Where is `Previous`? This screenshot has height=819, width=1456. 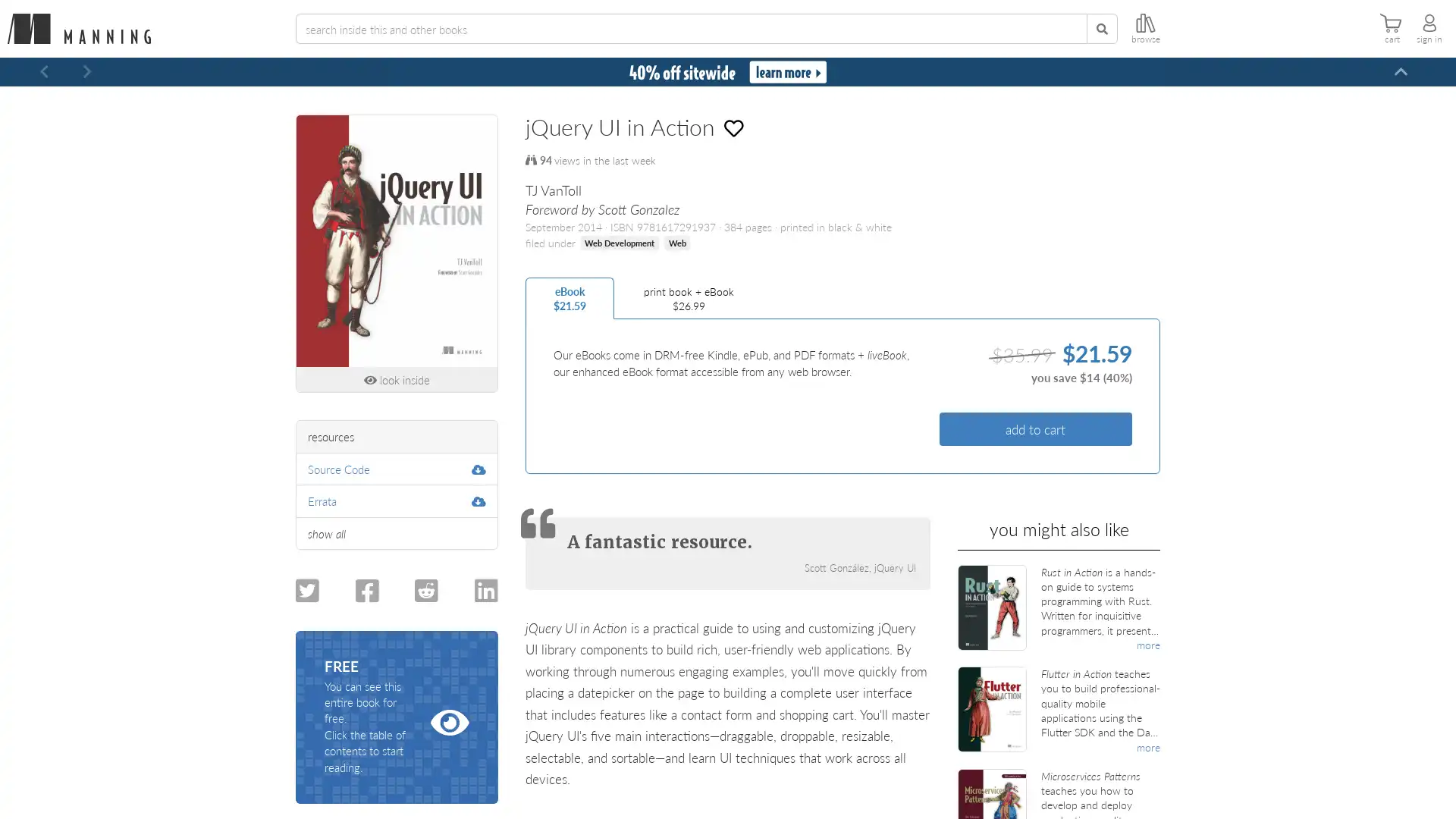 Previous is located at coordinates (44, 72).